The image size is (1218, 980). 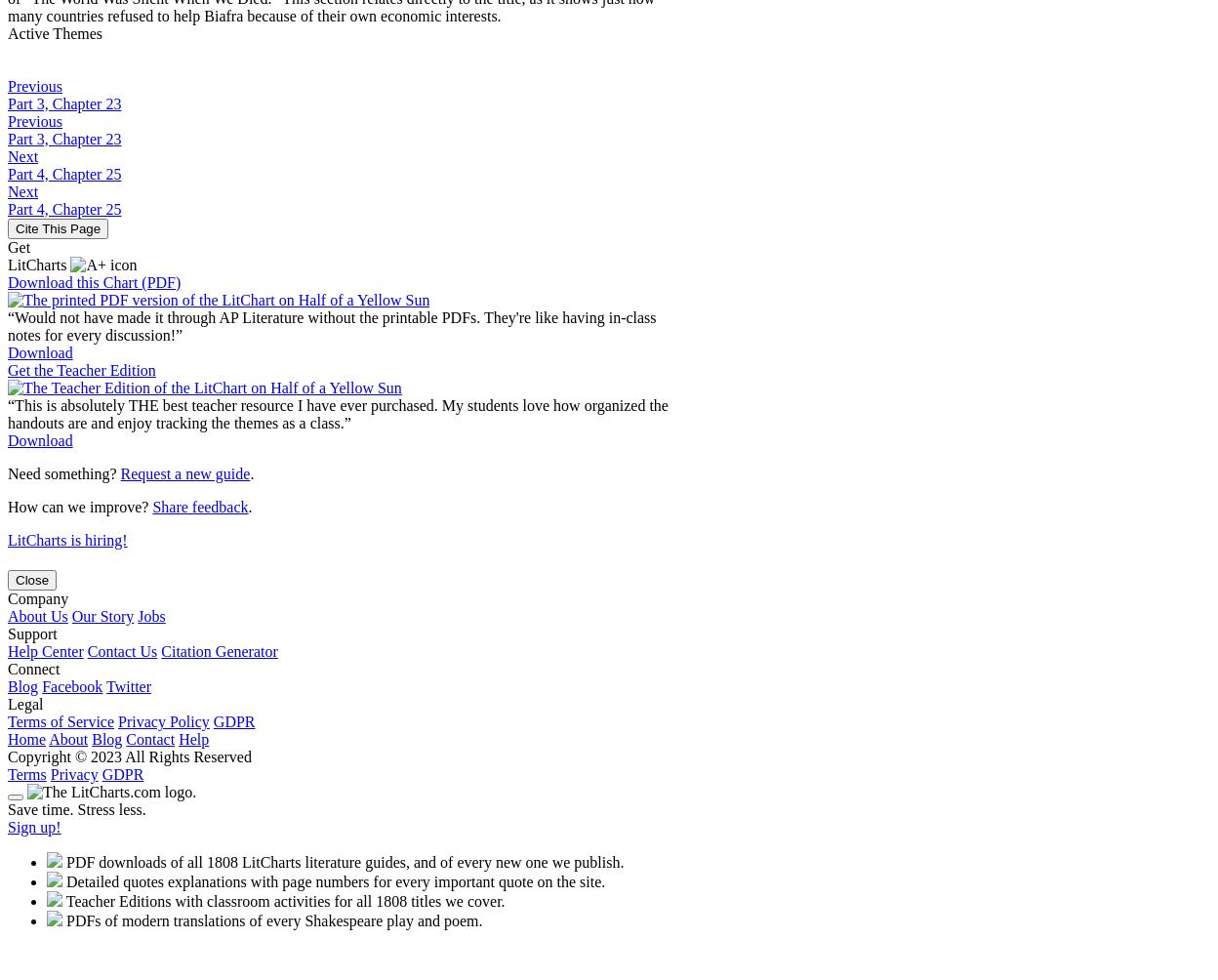 What do you see at coordinates (75, 808) in the screenshot?
I see `'Save time. Stress less.'` at bounding box center [75, 808].